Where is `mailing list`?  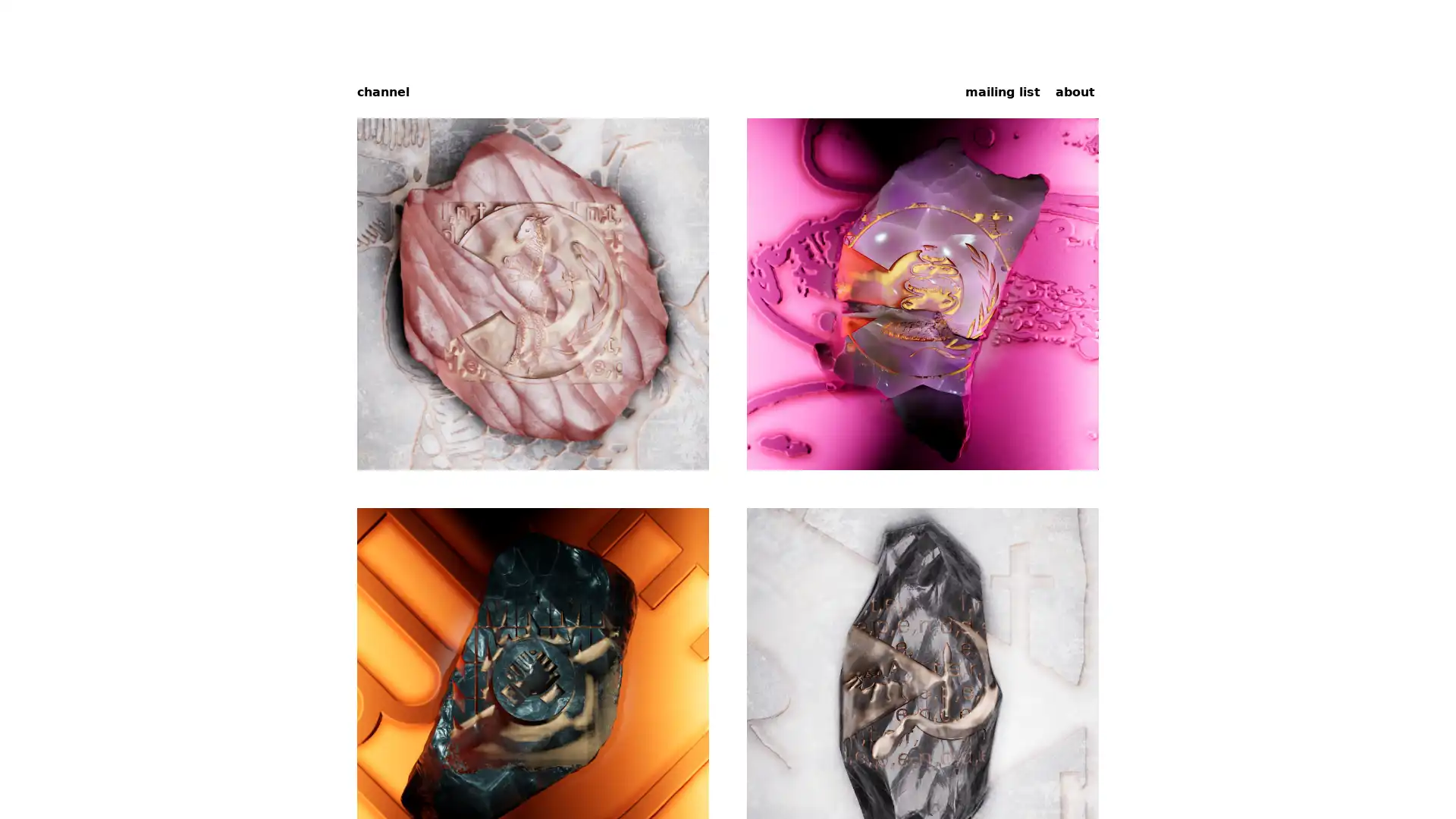
mailing list is located at coordinates (1003, 91).